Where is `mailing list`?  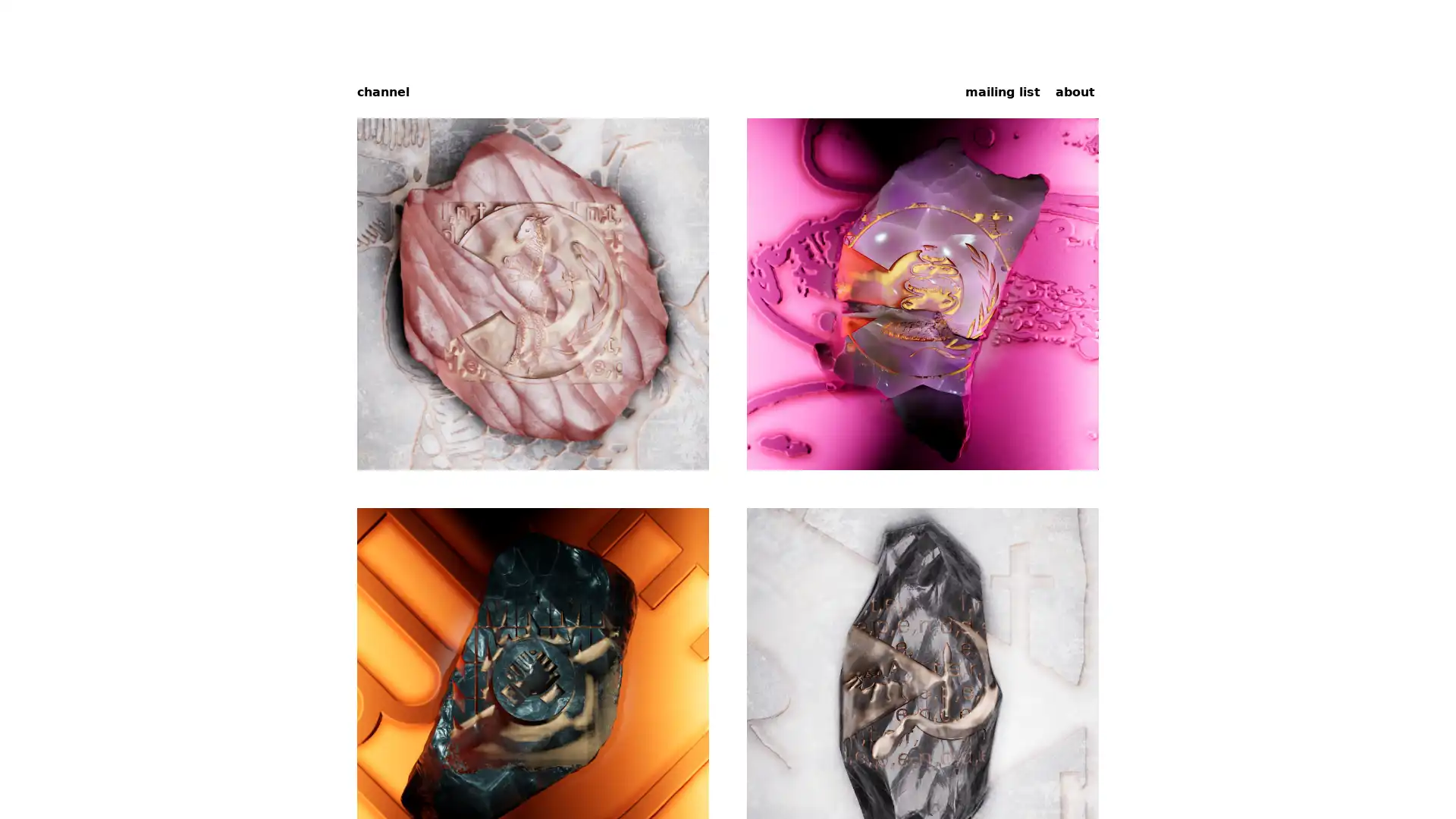
mailing list is located at coordinates (1003, 91).